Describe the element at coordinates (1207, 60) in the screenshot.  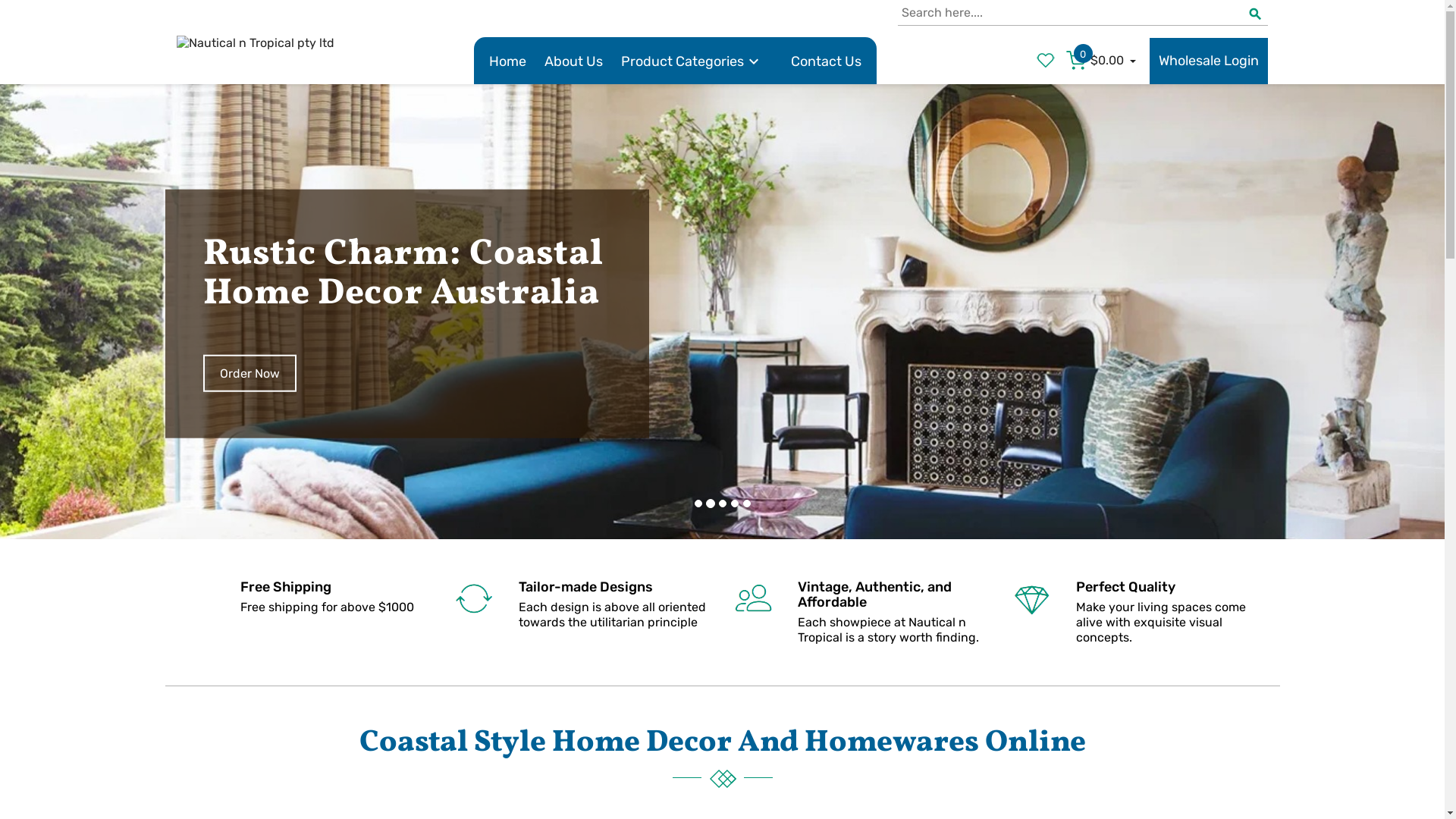
I see `'Wholesale Login'` at that location.